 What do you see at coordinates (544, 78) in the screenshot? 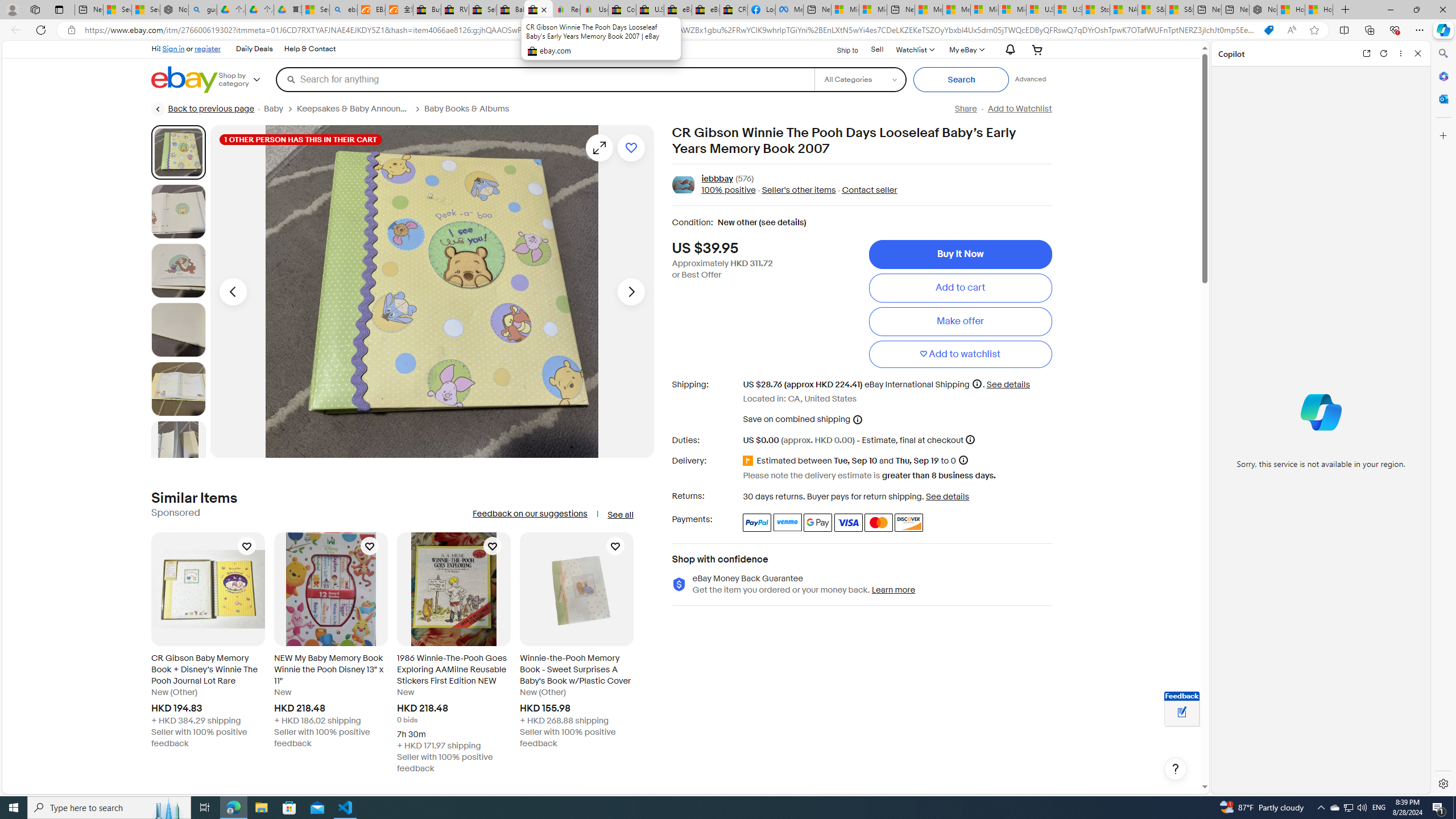
I see `'Search for anything'` at bounding box center [544, 78].